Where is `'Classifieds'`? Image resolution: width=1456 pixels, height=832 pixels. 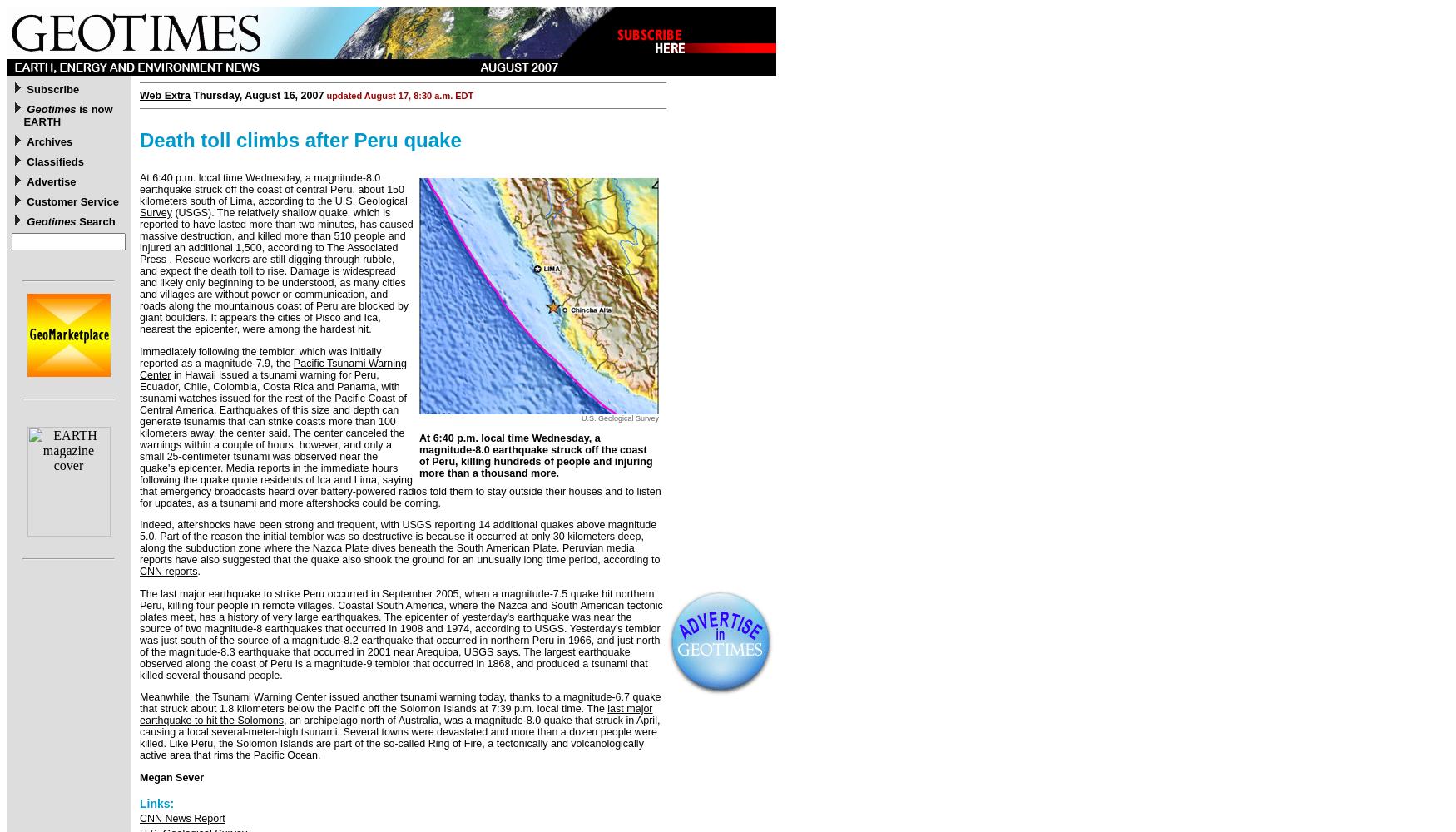 'Classifieds' is located at coordinates (55, 161).